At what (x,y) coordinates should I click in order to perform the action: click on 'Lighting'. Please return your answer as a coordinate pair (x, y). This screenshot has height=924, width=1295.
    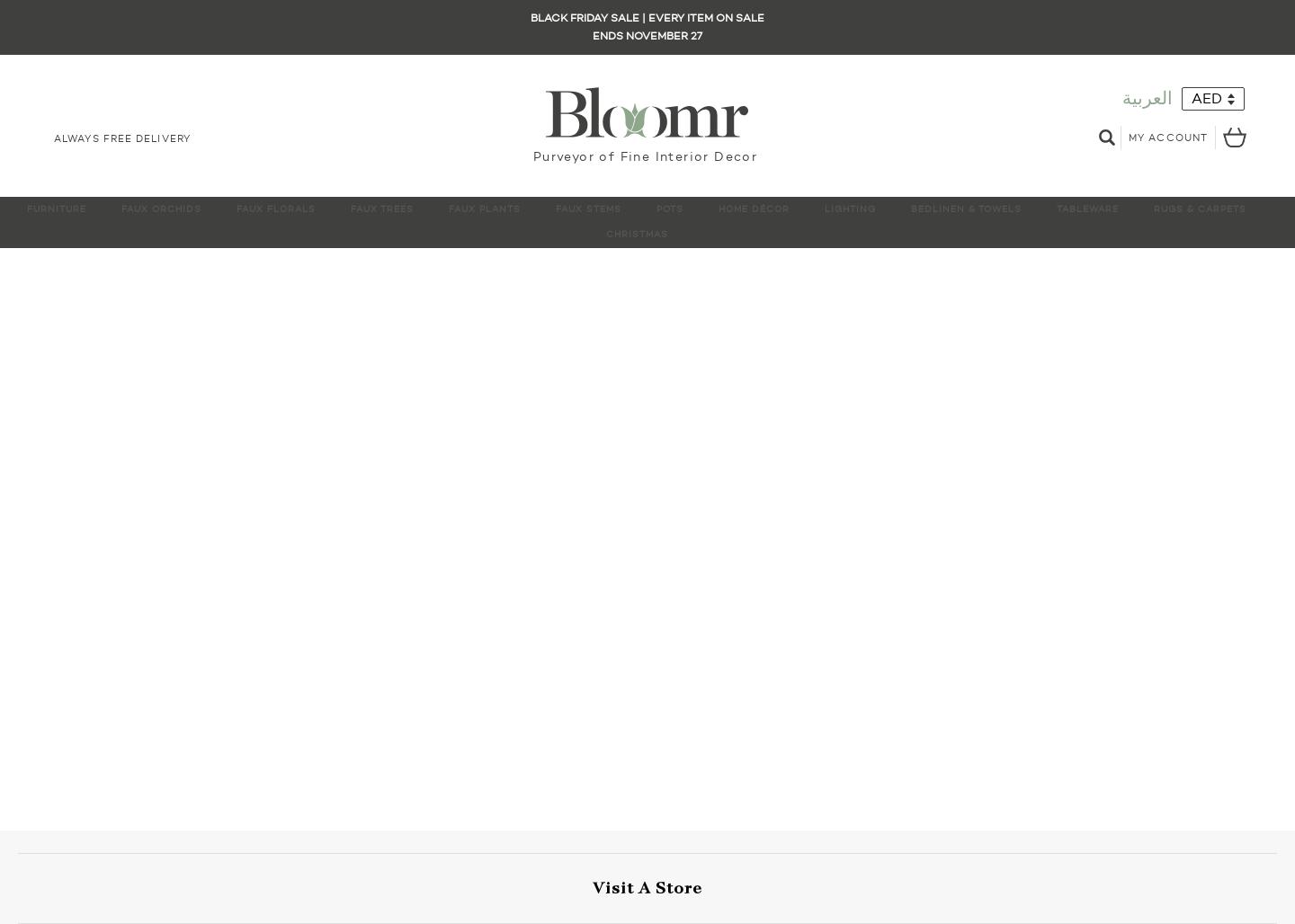
    Looking at the image, I should click on (850, 208).